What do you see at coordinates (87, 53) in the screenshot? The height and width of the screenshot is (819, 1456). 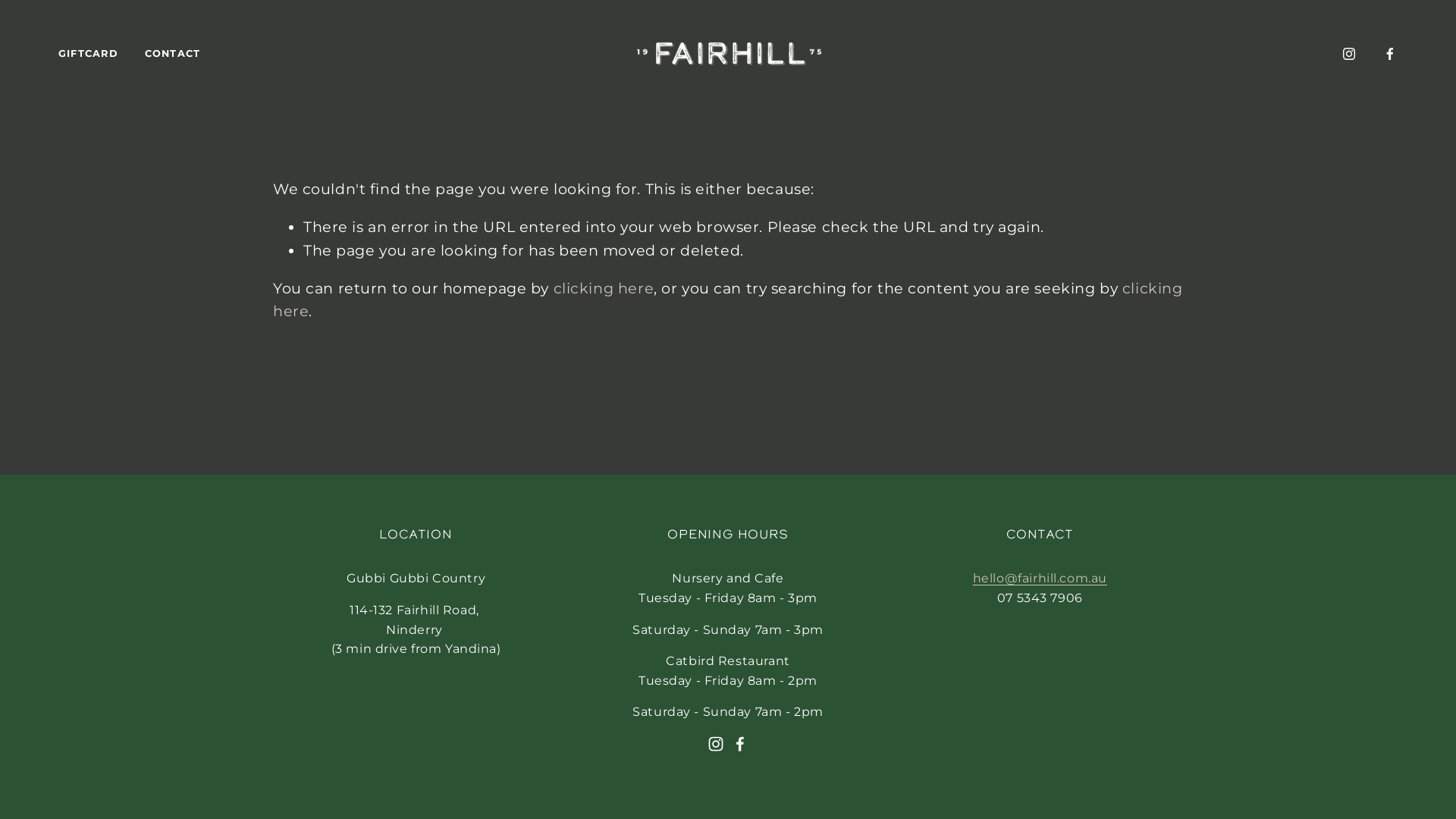 I see `'GIFTCARD'` at bounding box center [87, 53].